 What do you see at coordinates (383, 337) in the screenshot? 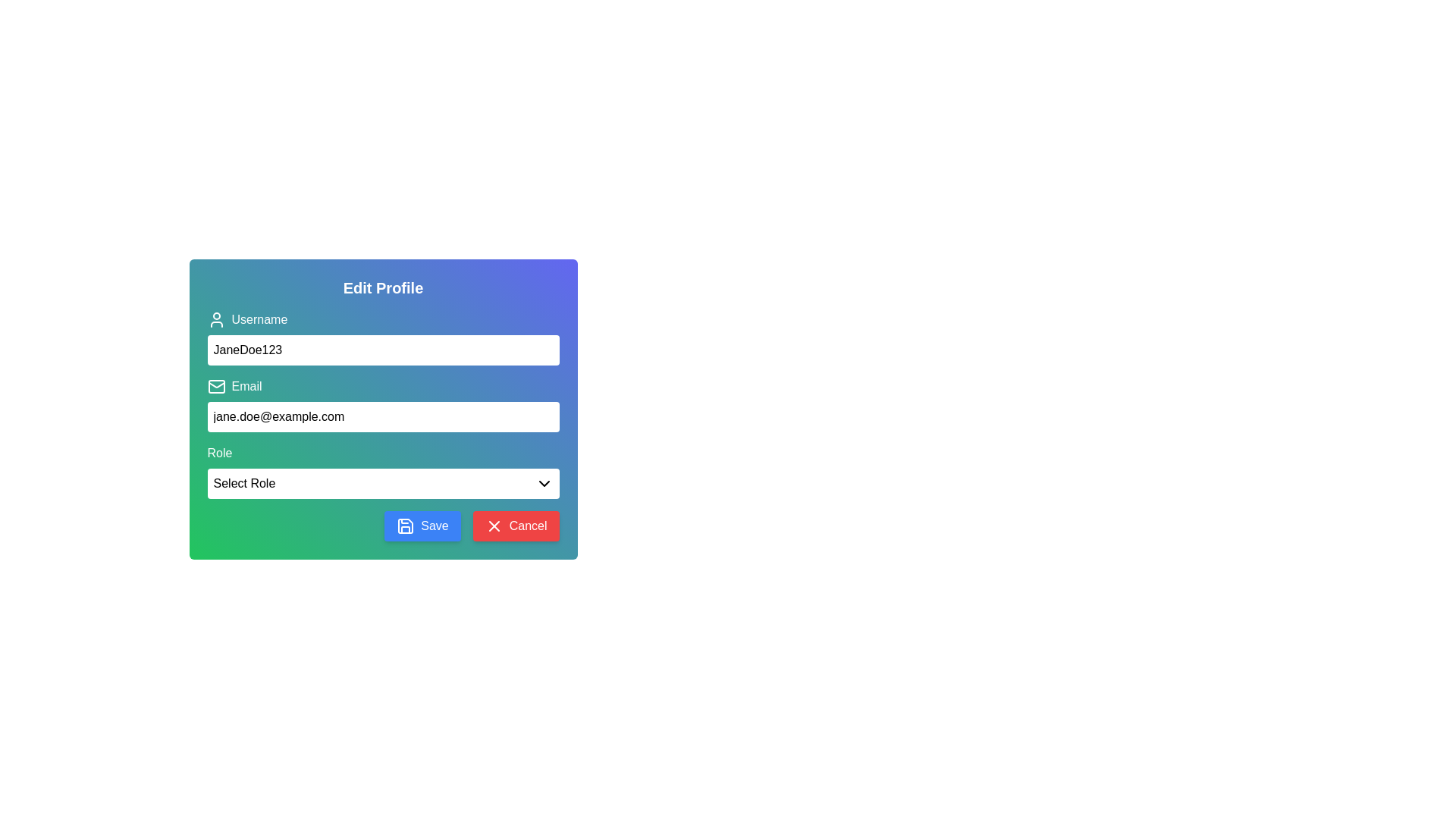
I see `the text input field for 'Username' which has a rounded white background and displays the predefined text 'JaneDoe123' to trigger the tooltip` at bounding box center [383, 337].